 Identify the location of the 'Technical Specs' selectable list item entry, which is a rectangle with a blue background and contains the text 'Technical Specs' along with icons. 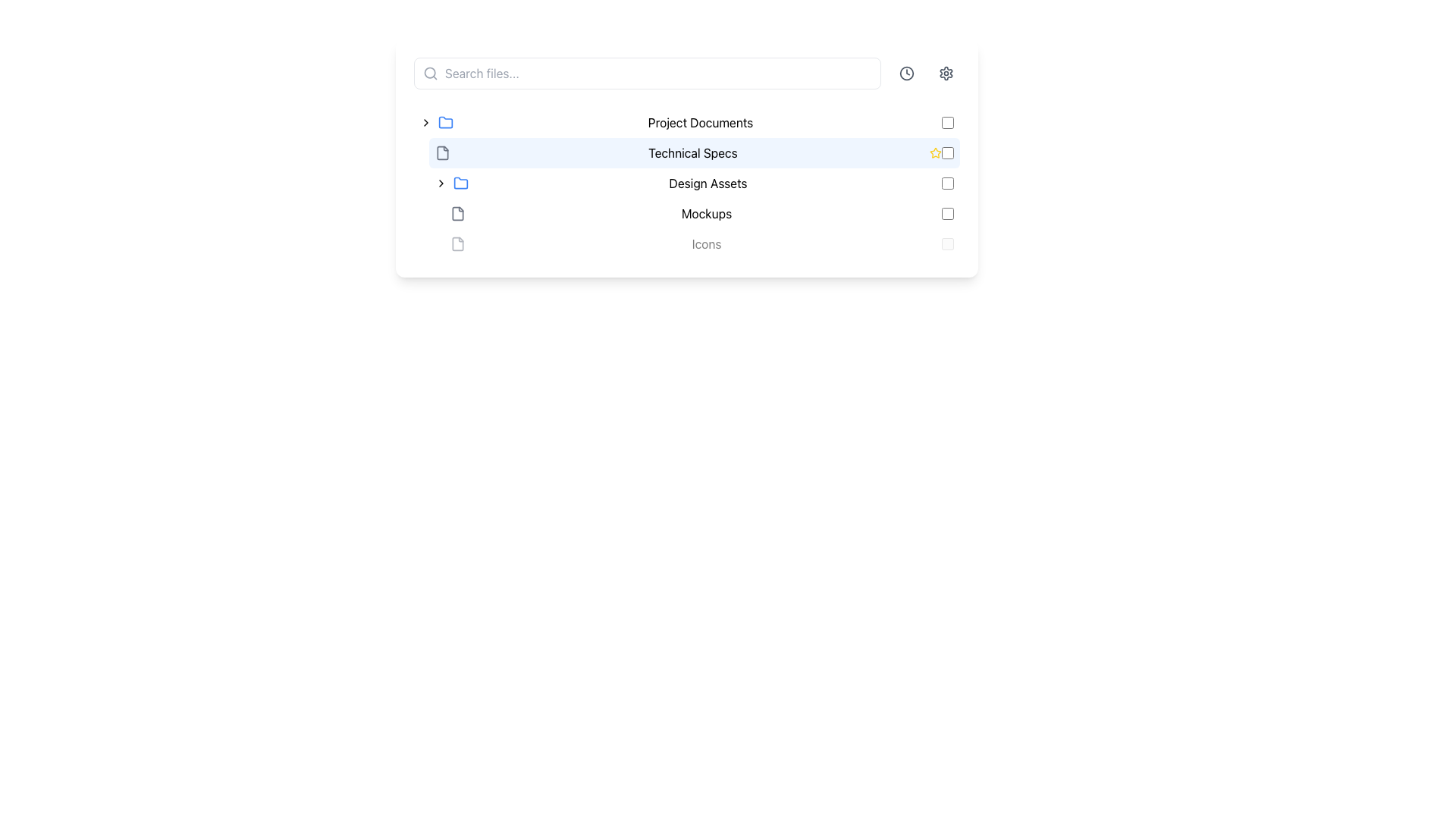
(686, 158).